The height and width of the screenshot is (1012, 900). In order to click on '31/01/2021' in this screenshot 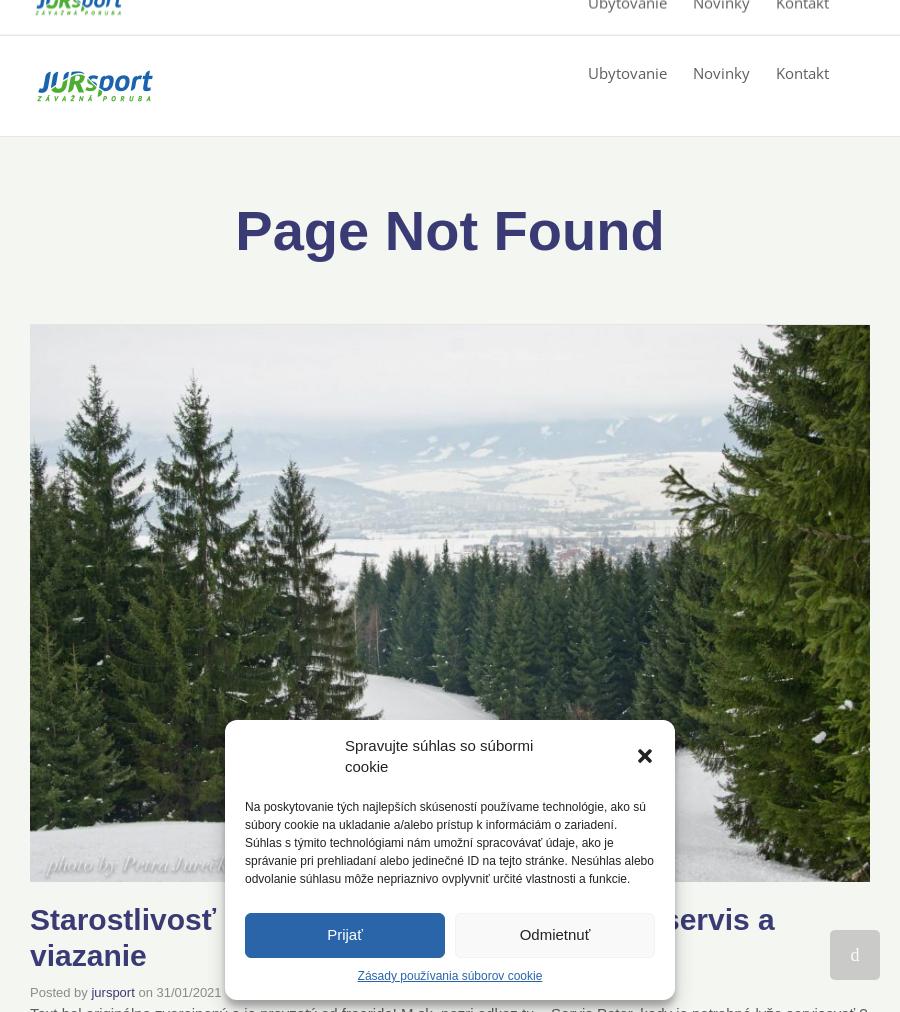, I will do `click(155, 991)`.